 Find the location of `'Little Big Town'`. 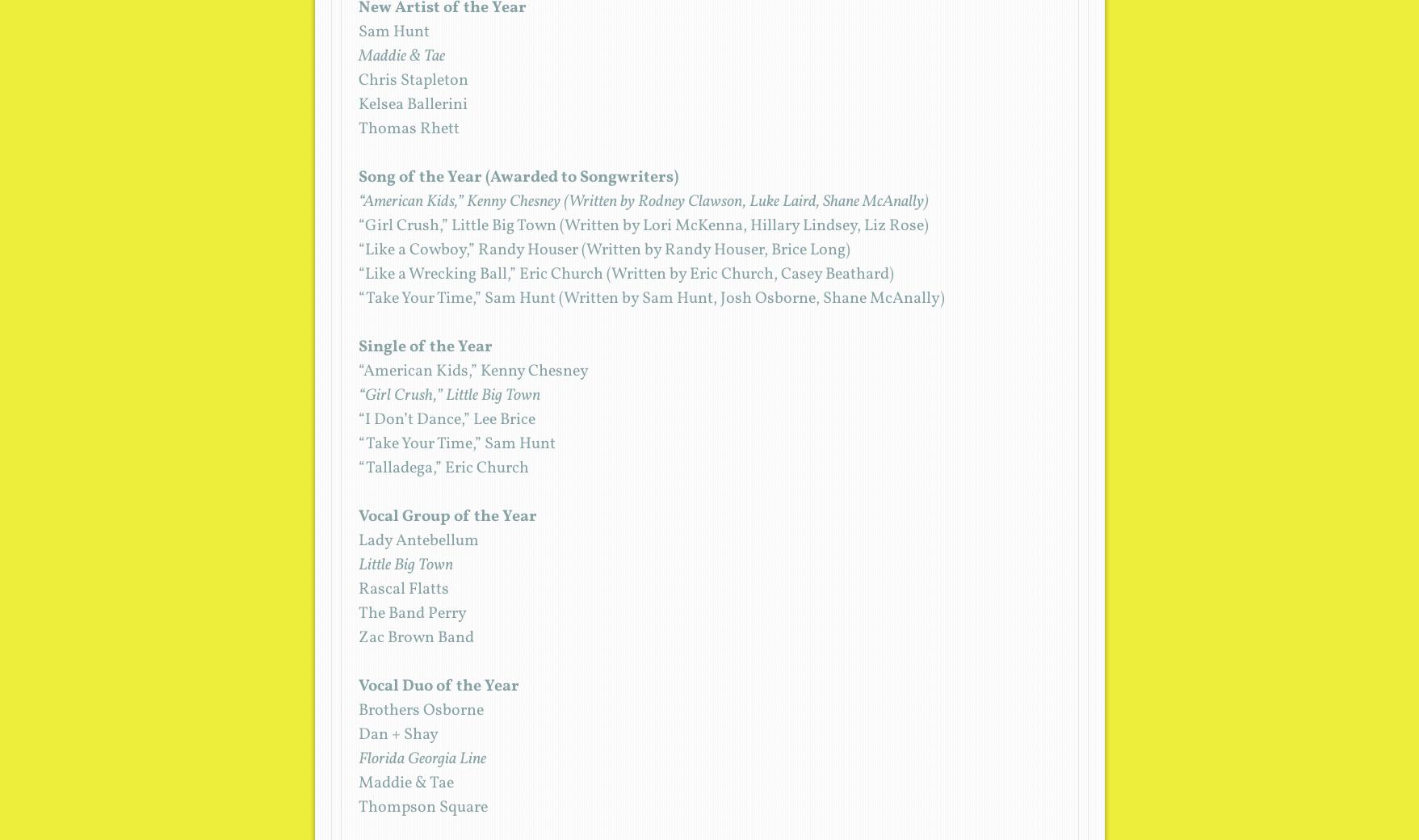

'Little Big Town' is located at coordinates (404, 565).